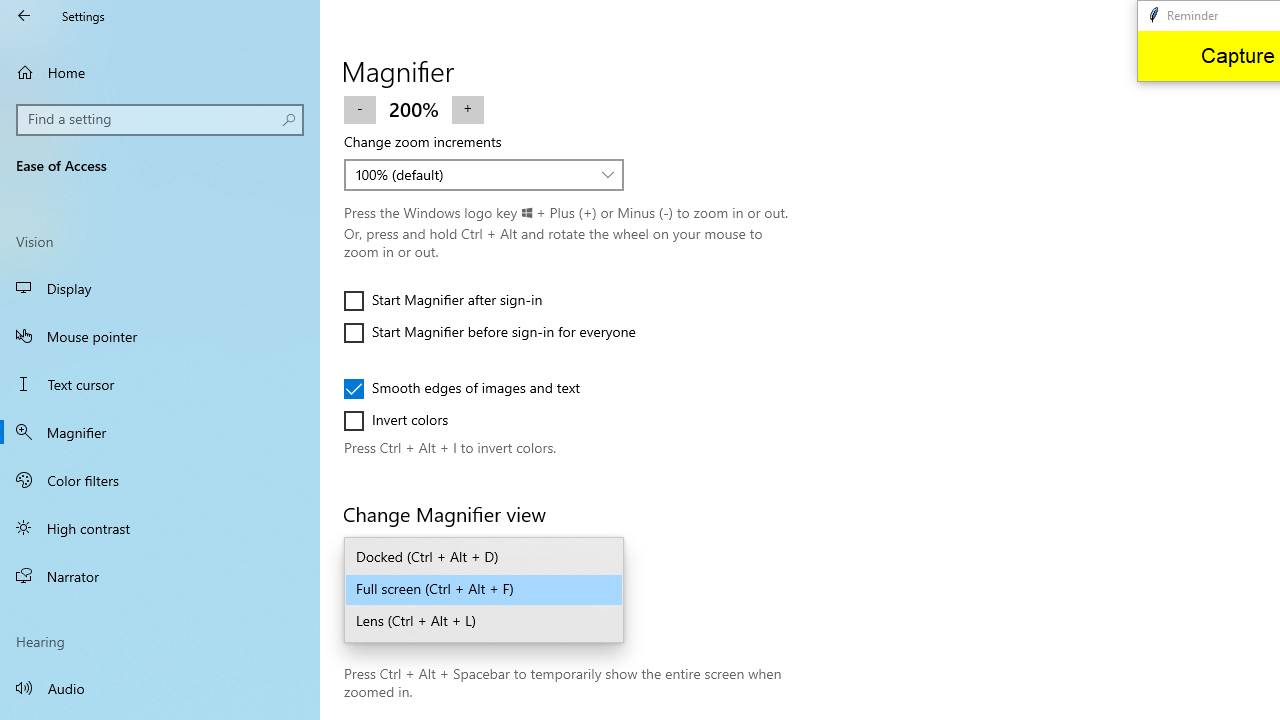  What do you see at coordinates (402, 419) in the screenshot?
I see `'Invert colors'` at bounding box center [402, 419].